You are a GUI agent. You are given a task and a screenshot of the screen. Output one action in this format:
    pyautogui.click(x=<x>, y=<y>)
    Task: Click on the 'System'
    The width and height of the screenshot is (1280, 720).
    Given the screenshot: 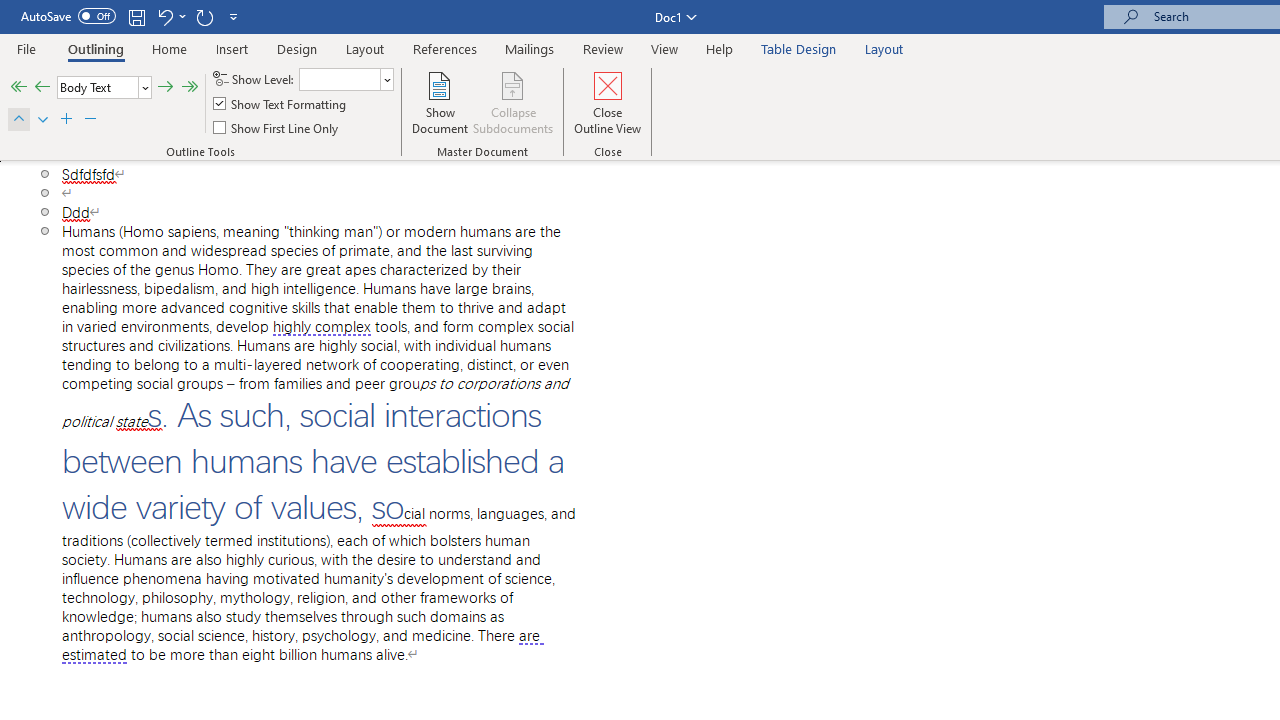 What is the action you would take?
    pyautogui.click(x=10, y=11)
    